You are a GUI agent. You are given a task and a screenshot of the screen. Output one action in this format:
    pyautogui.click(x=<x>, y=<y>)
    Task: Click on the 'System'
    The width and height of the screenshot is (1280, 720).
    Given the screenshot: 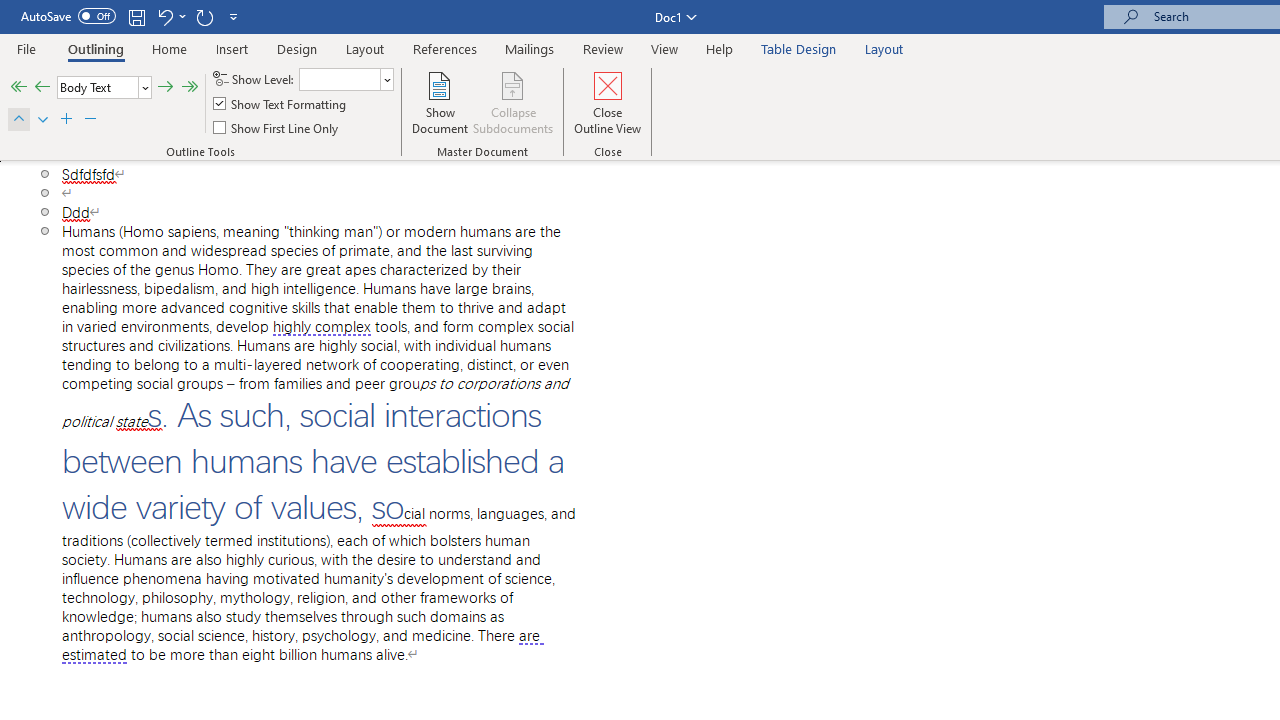 What is the action you would take?
    pyautogui.click(x=10, y=11)
    